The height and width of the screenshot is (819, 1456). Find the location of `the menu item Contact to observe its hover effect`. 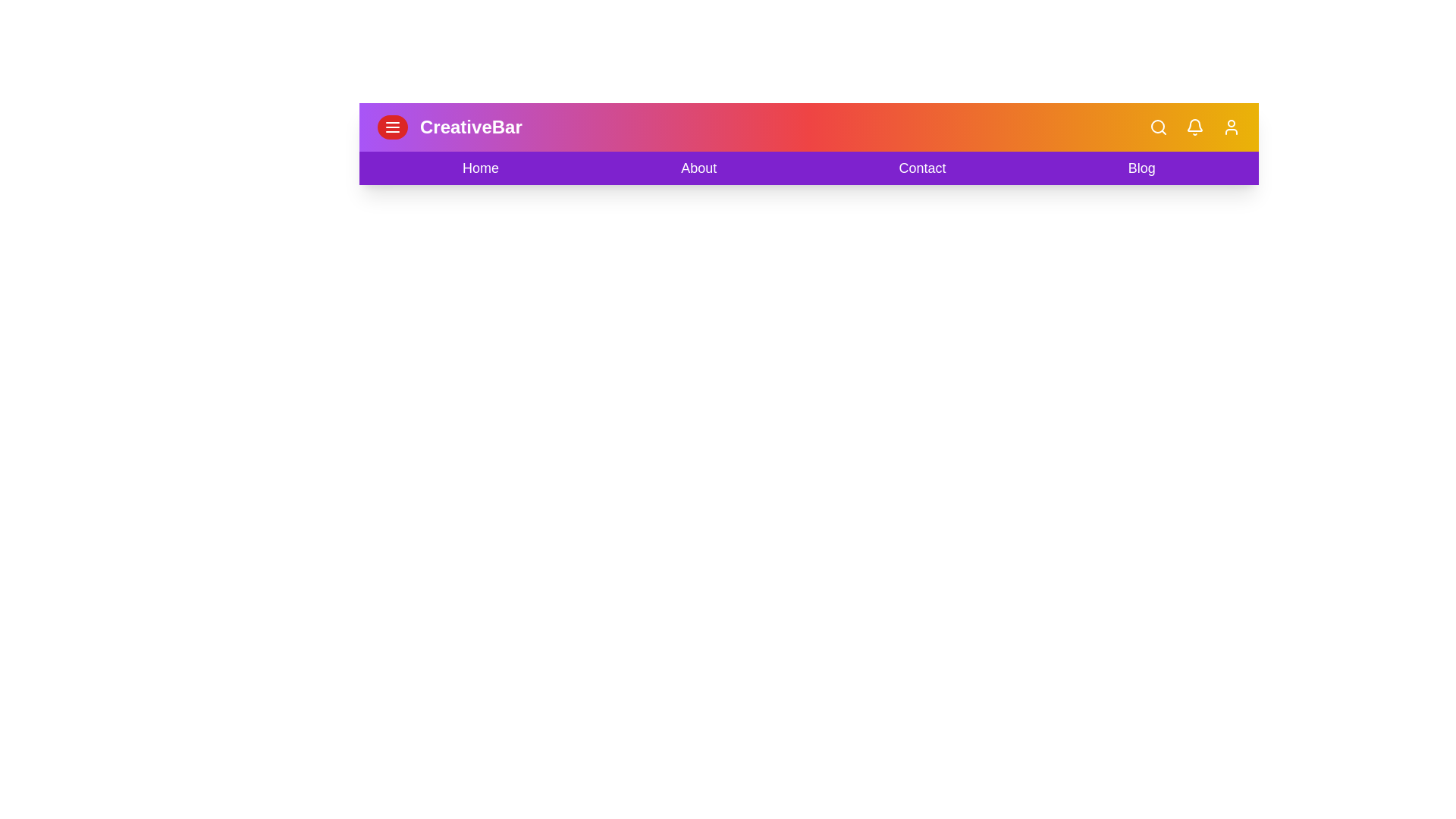

the menu item Contact to observe its hover effect is located at coordinates (922, 168).